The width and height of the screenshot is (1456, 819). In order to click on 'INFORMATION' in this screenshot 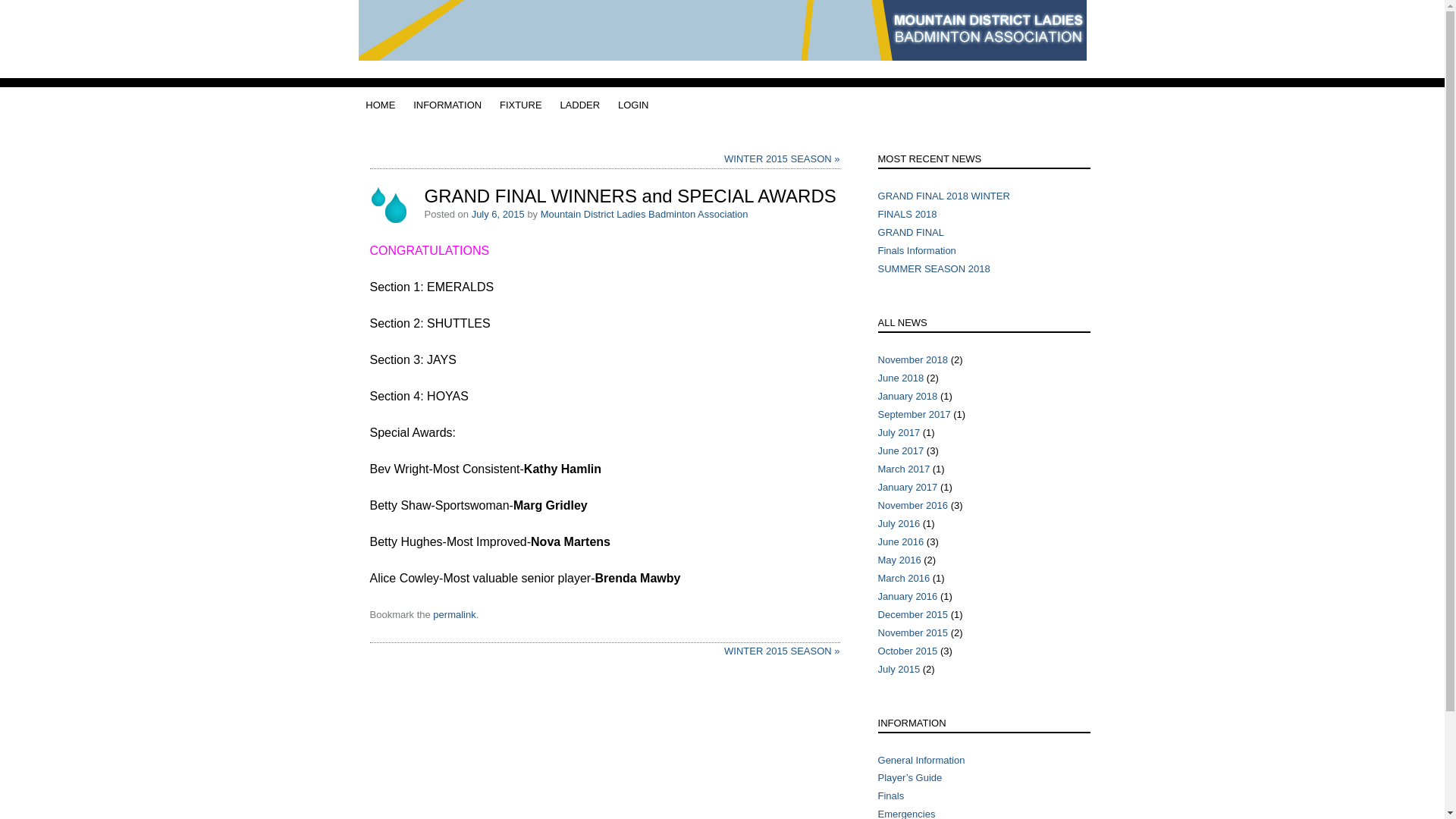, I will do `click(447, 104)`.